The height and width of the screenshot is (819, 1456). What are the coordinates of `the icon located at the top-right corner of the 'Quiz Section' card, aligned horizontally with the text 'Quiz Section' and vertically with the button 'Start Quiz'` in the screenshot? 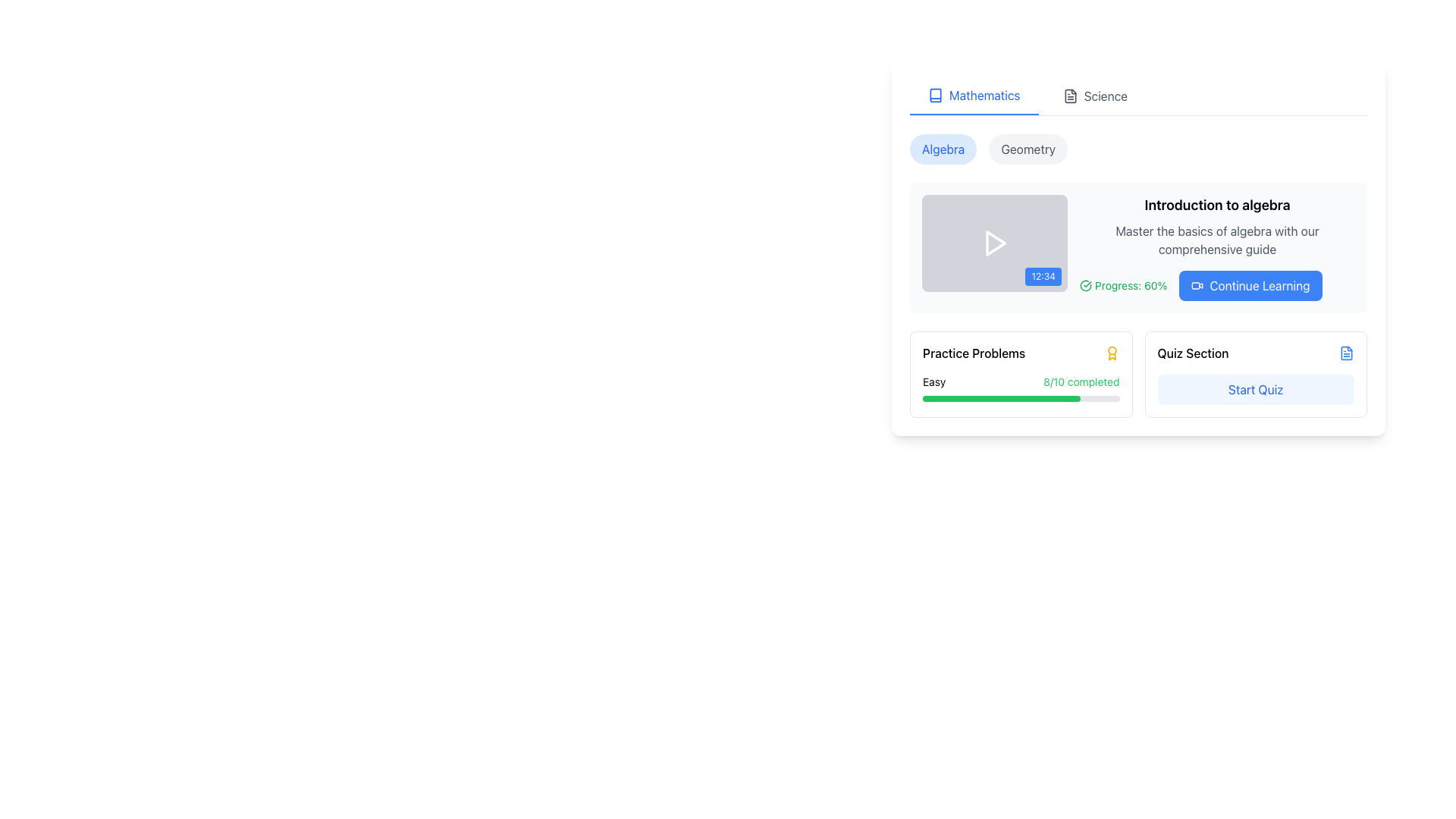 It's located at (1347, 353).